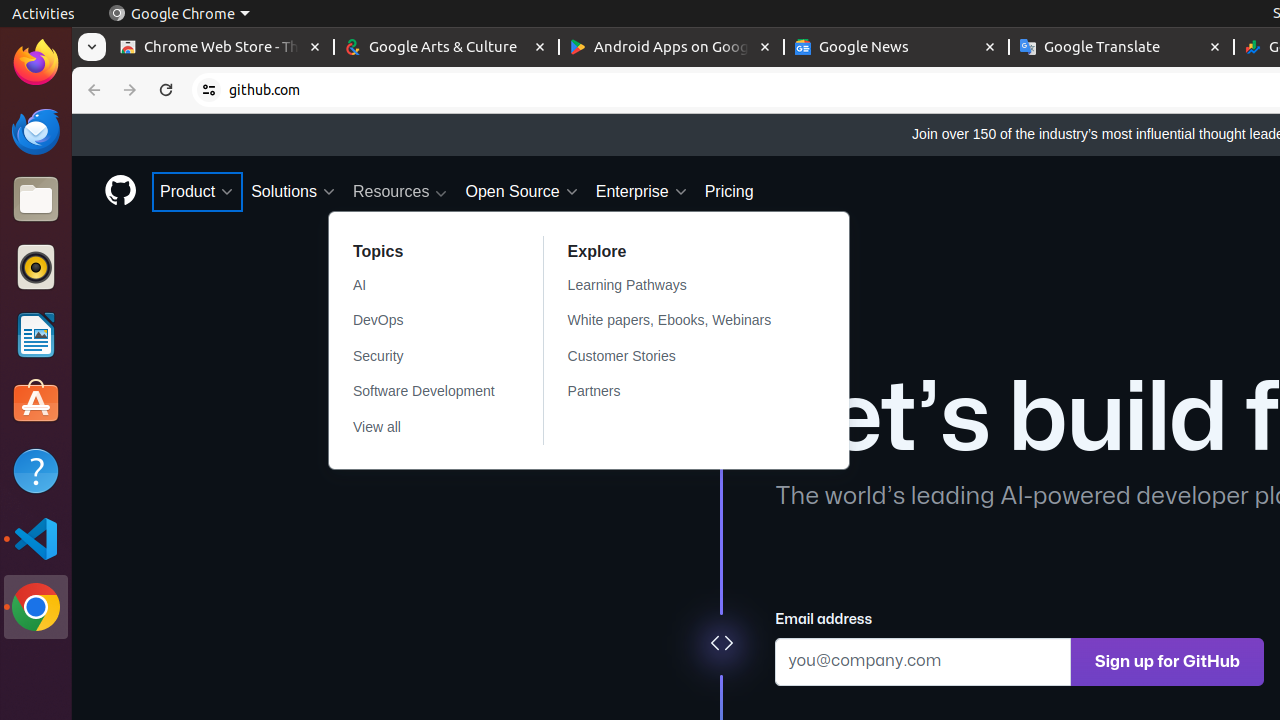 Image resolution: width=1280 pixels, height=720 pixels. Describe the element at coordinates (681, 355) in the screenshot. I see `'Customer Stories'` at that location.